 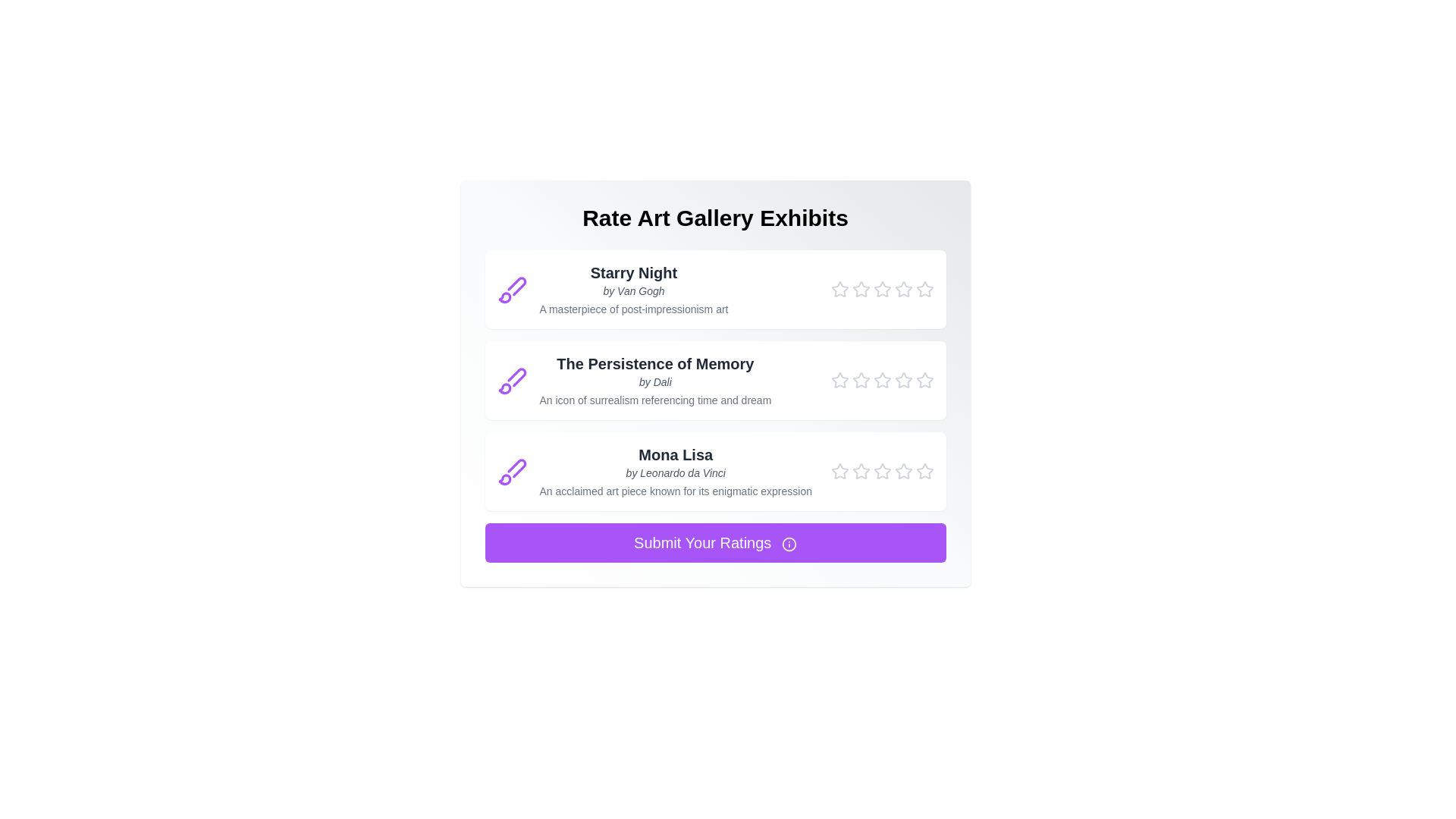 I want to click on the star corresponding to 2 for the painting titled Mona Lisa to set its rating, so click(x=861, y=470).